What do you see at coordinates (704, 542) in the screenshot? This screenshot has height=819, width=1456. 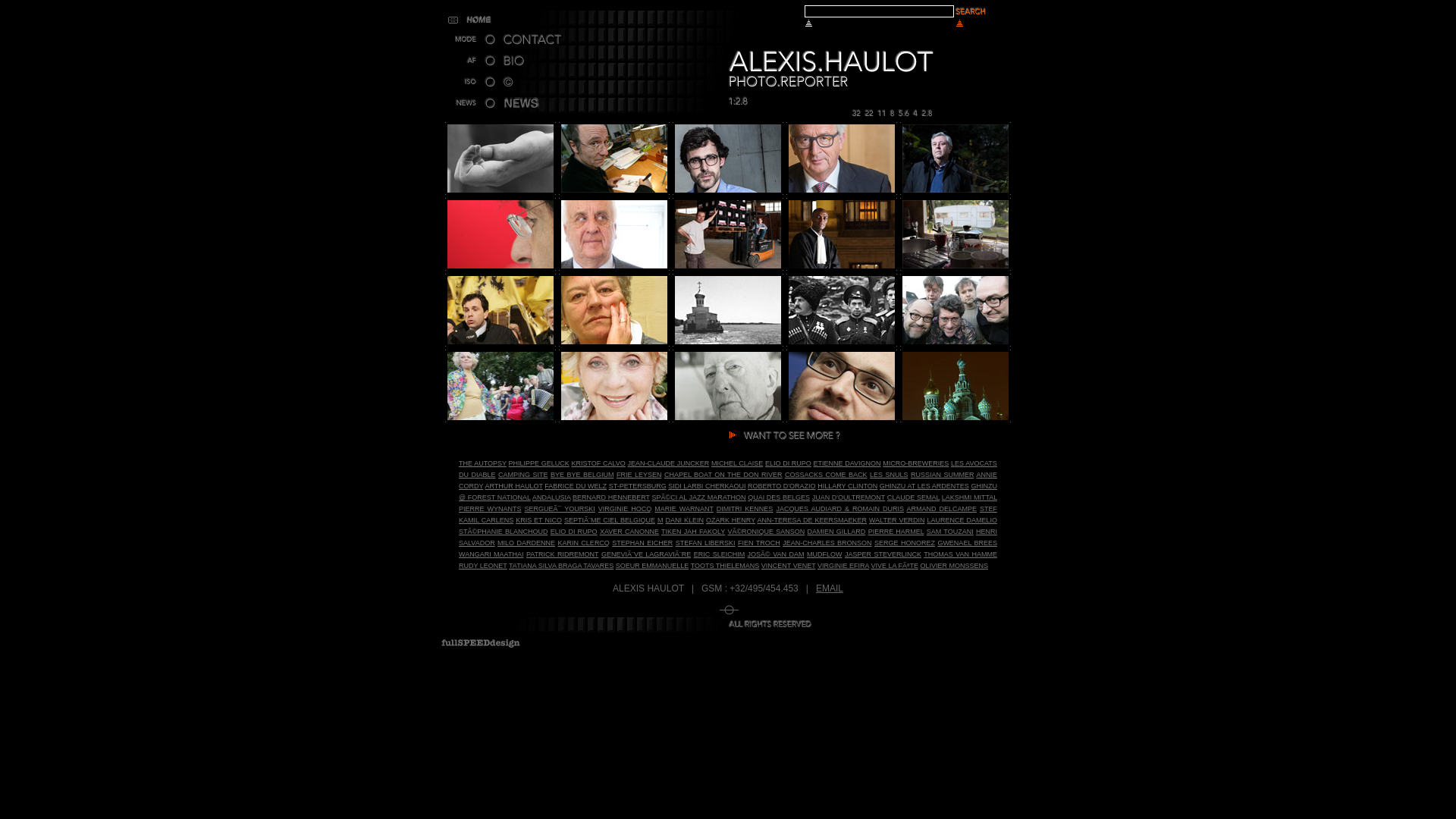 I see `'STEFAN LIBERSKI'` at bounding box center [704, 542].